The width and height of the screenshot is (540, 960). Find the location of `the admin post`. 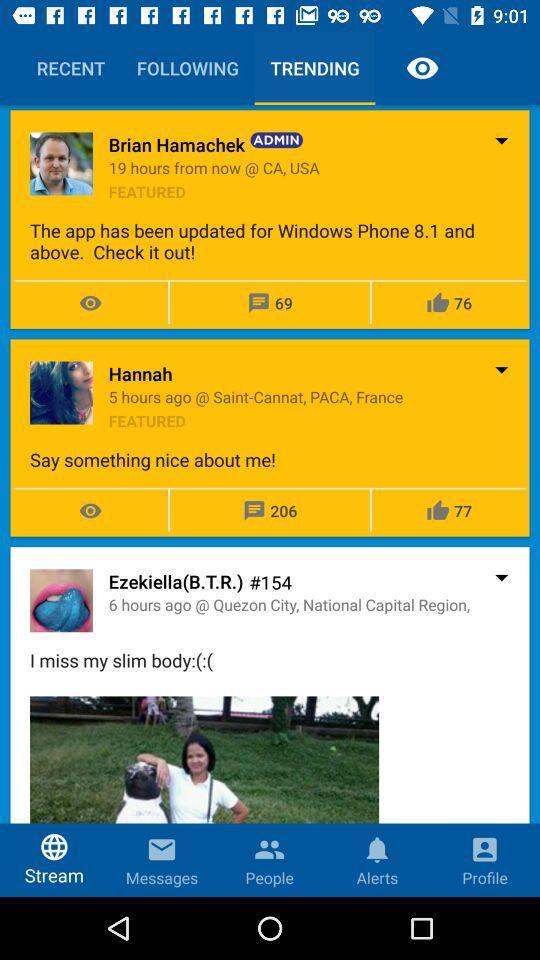

the admin post is located at coordinates (270, 219).